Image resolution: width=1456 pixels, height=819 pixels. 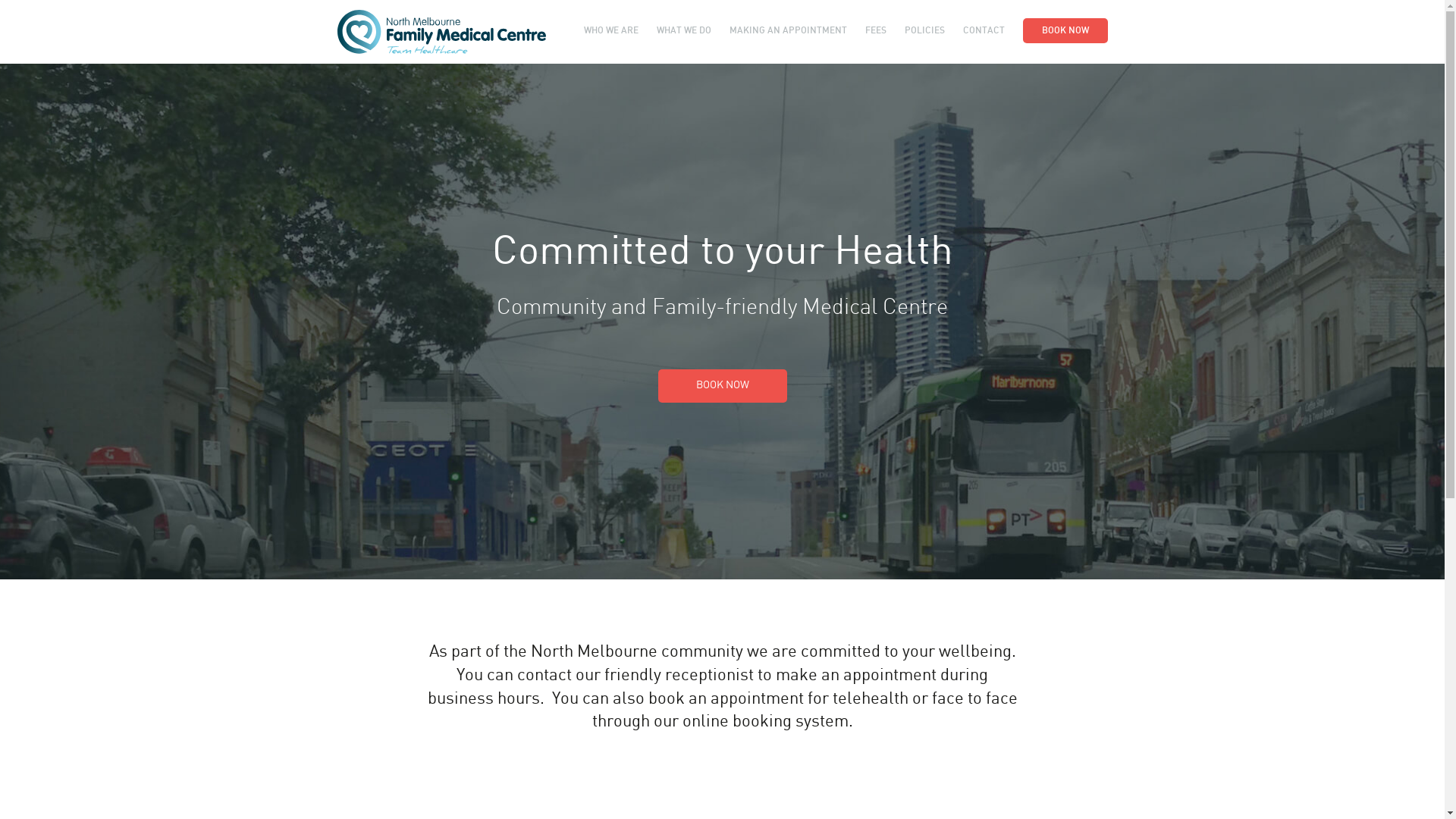 What do you see at coordinates (874, 30) in the screenshot?
I see `'FEES'` at bounding box center [874, 30].